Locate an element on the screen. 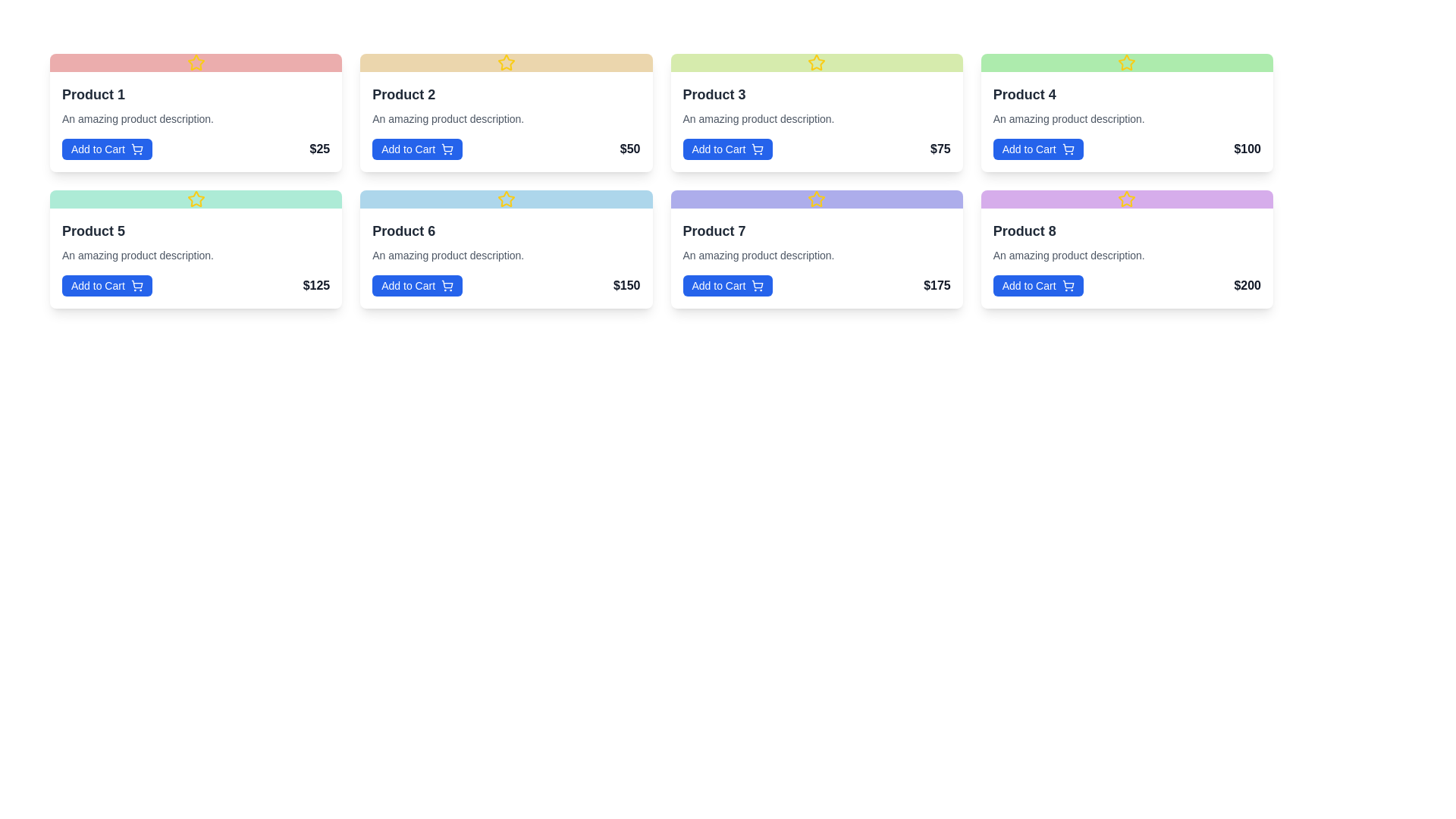 This screenshot has height=819, width=1456. the text component that provides a brief description of 'Product 8', located under its heading and above the price and 'Add to Cart' button is located at coordinates (1068, 254).